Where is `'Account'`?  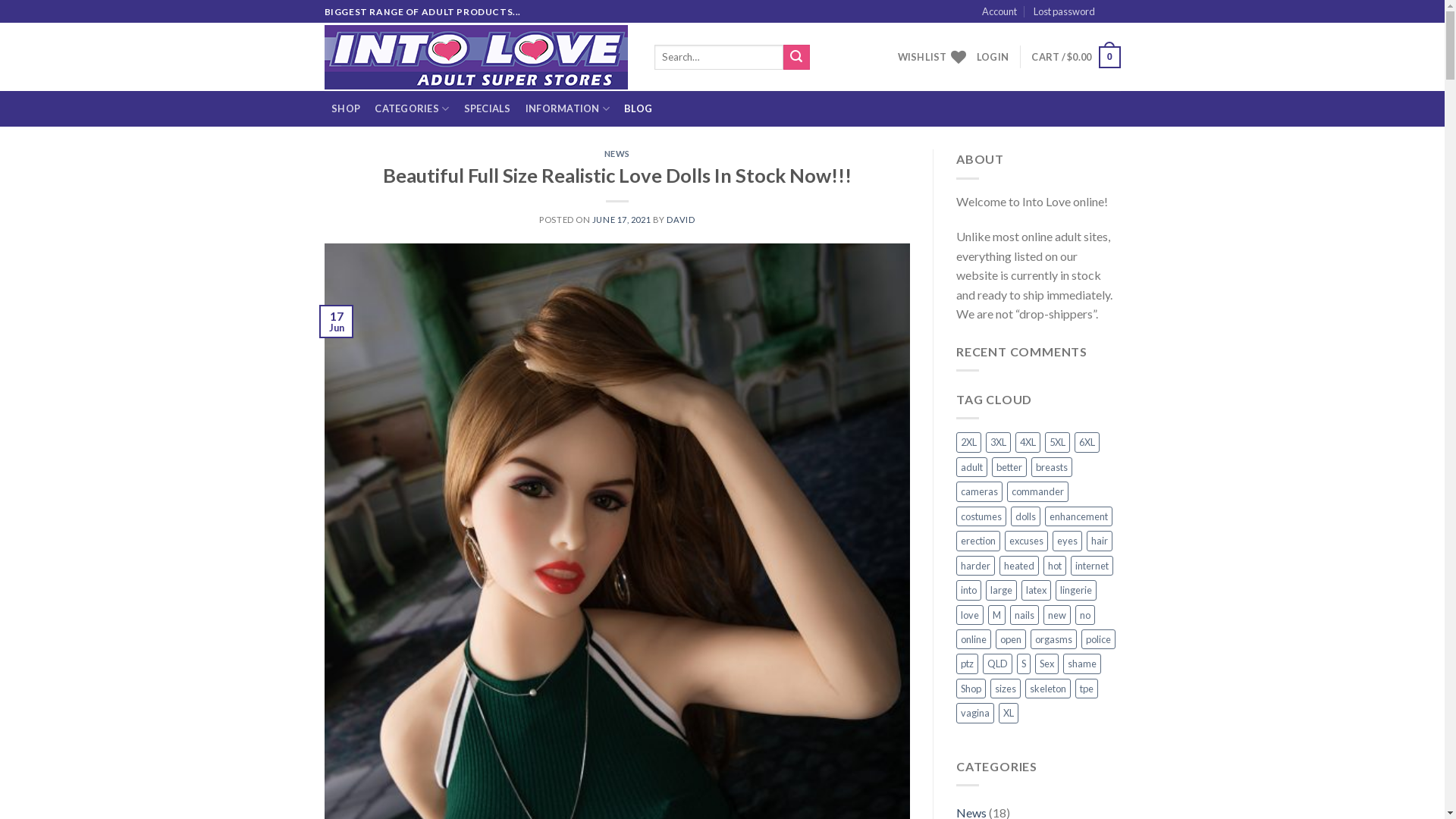
'Account' is located at coordinates (999, 11).